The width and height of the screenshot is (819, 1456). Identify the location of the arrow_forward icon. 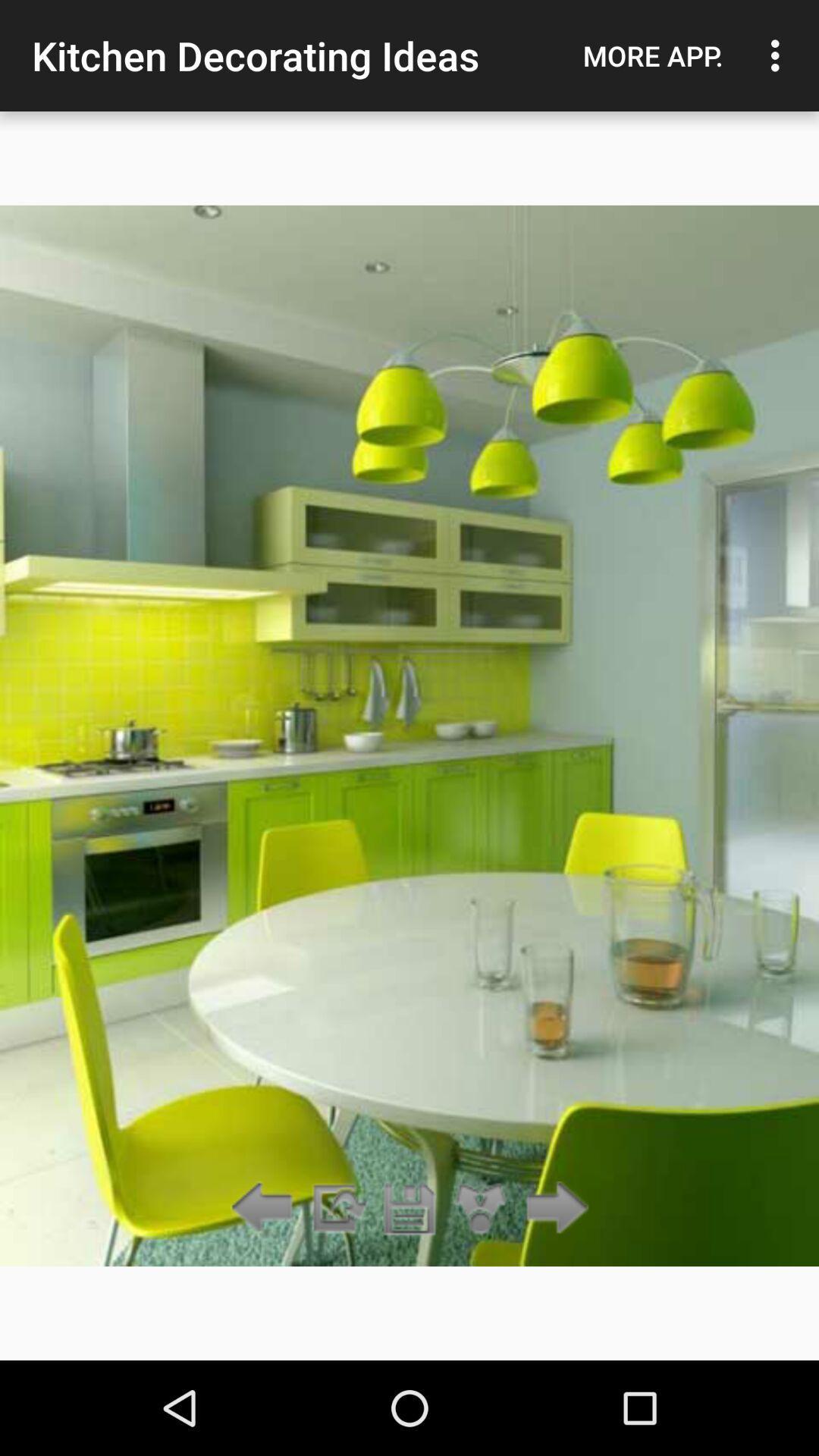
(553, 1208).